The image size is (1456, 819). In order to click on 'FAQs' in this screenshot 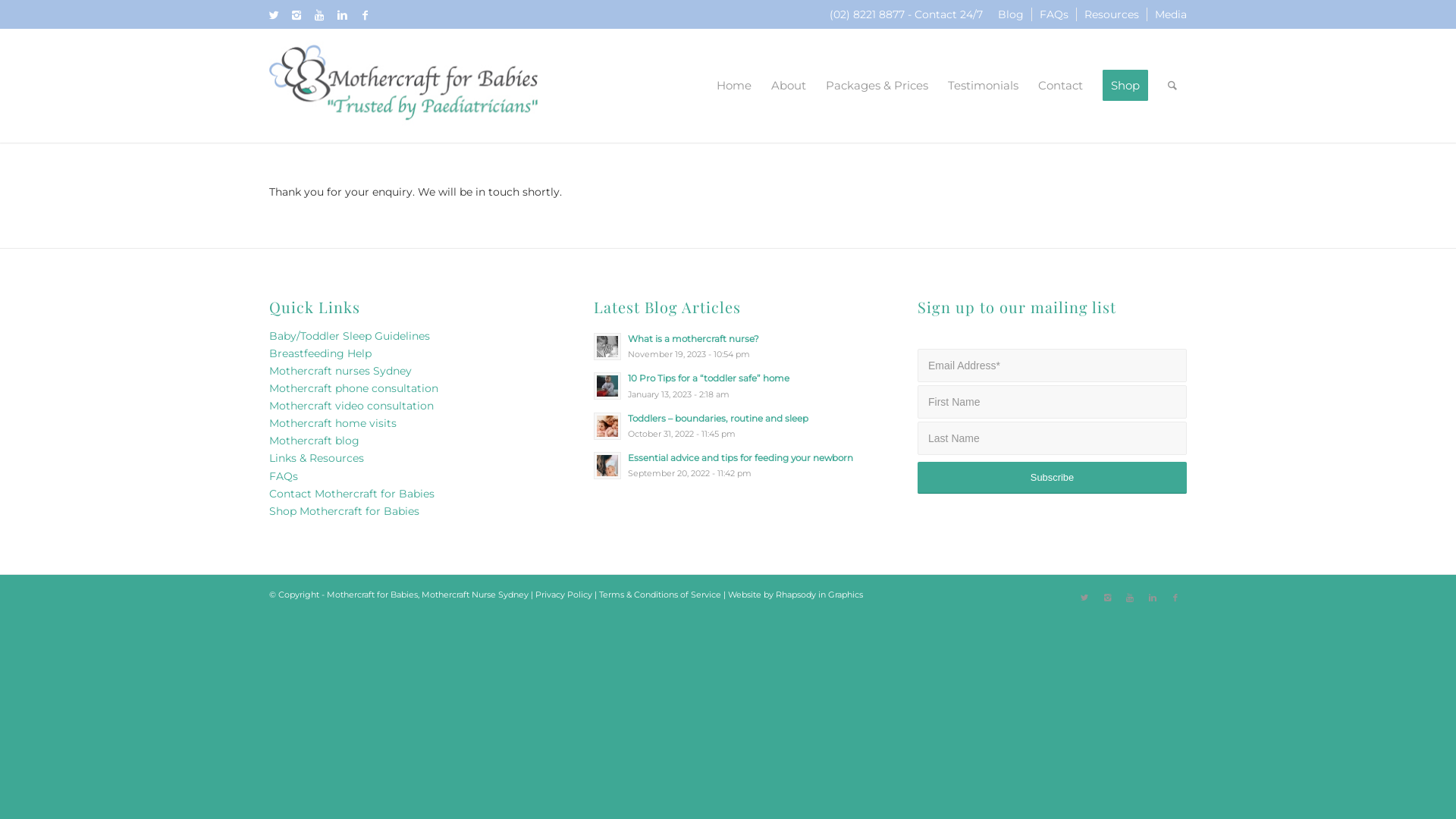, I will do `click(1053, 14)`.